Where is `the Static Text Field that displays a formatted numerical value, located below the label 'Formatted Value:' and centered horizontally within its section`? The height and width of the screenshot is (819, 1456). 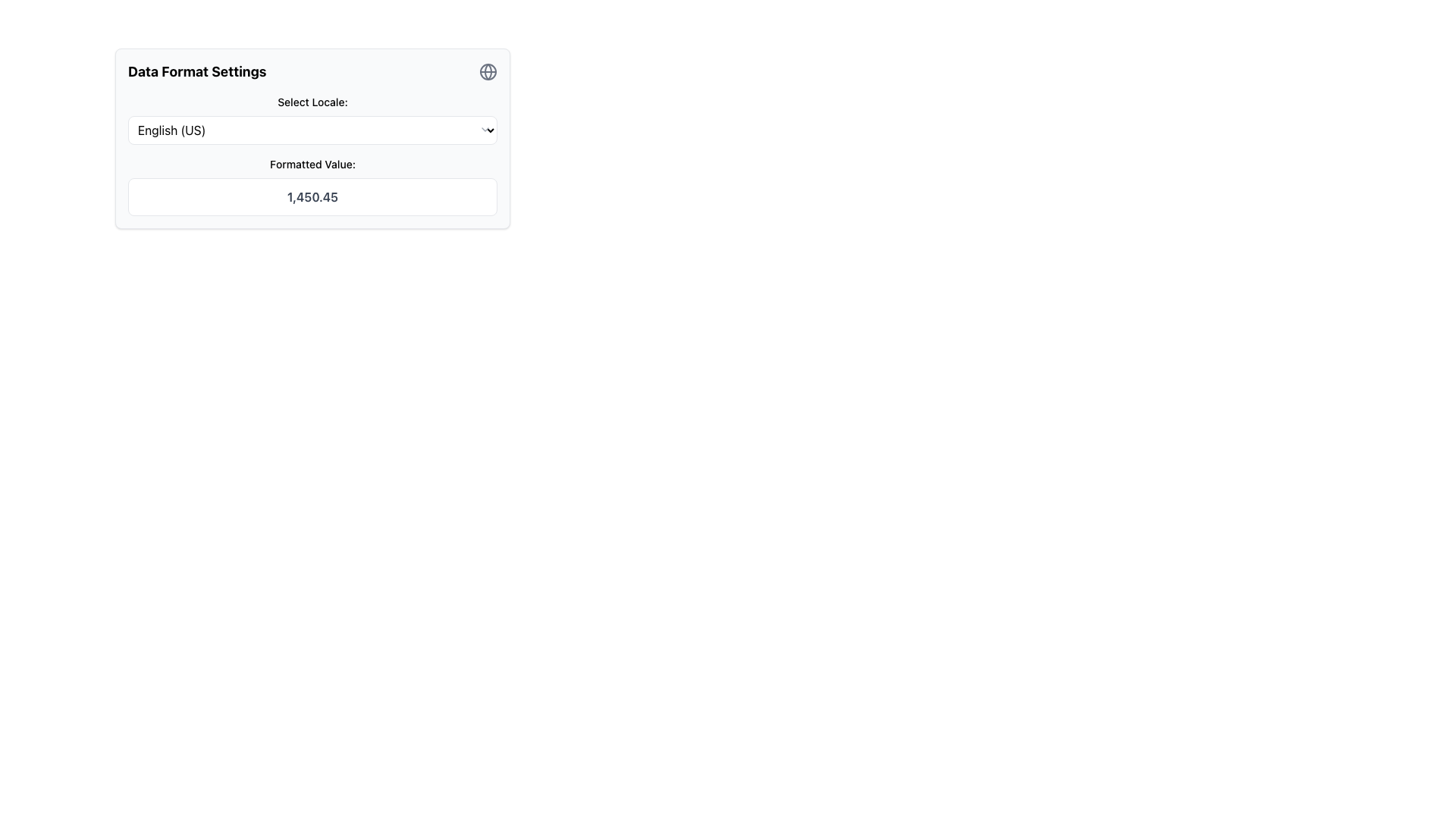
the Static Text Field that displays a formatted numerical value, located below the label 'Formatted Value:' and centered horizontally within its section is located at coordinates (312, 196).